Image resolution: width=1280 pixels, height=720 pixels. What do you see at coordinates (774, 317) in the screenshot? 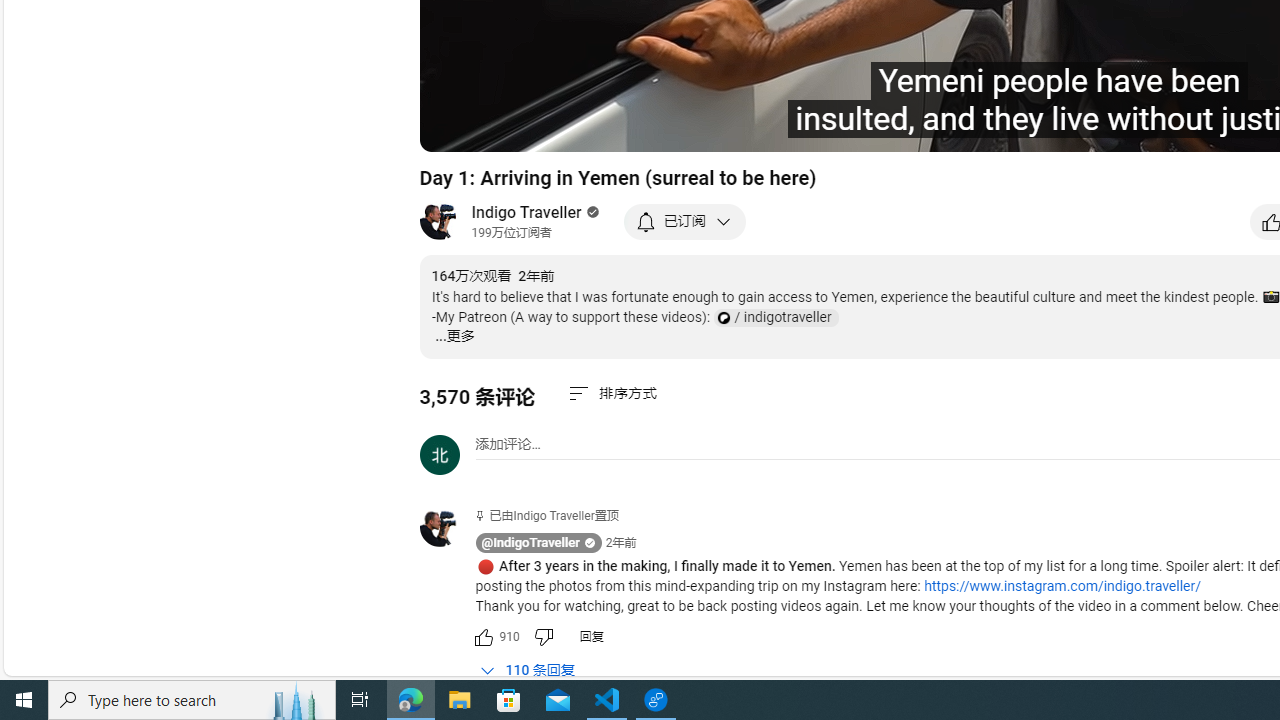
I see `'Patreon Channel Link: indigotraveller'` at bounding box center [774, 317].